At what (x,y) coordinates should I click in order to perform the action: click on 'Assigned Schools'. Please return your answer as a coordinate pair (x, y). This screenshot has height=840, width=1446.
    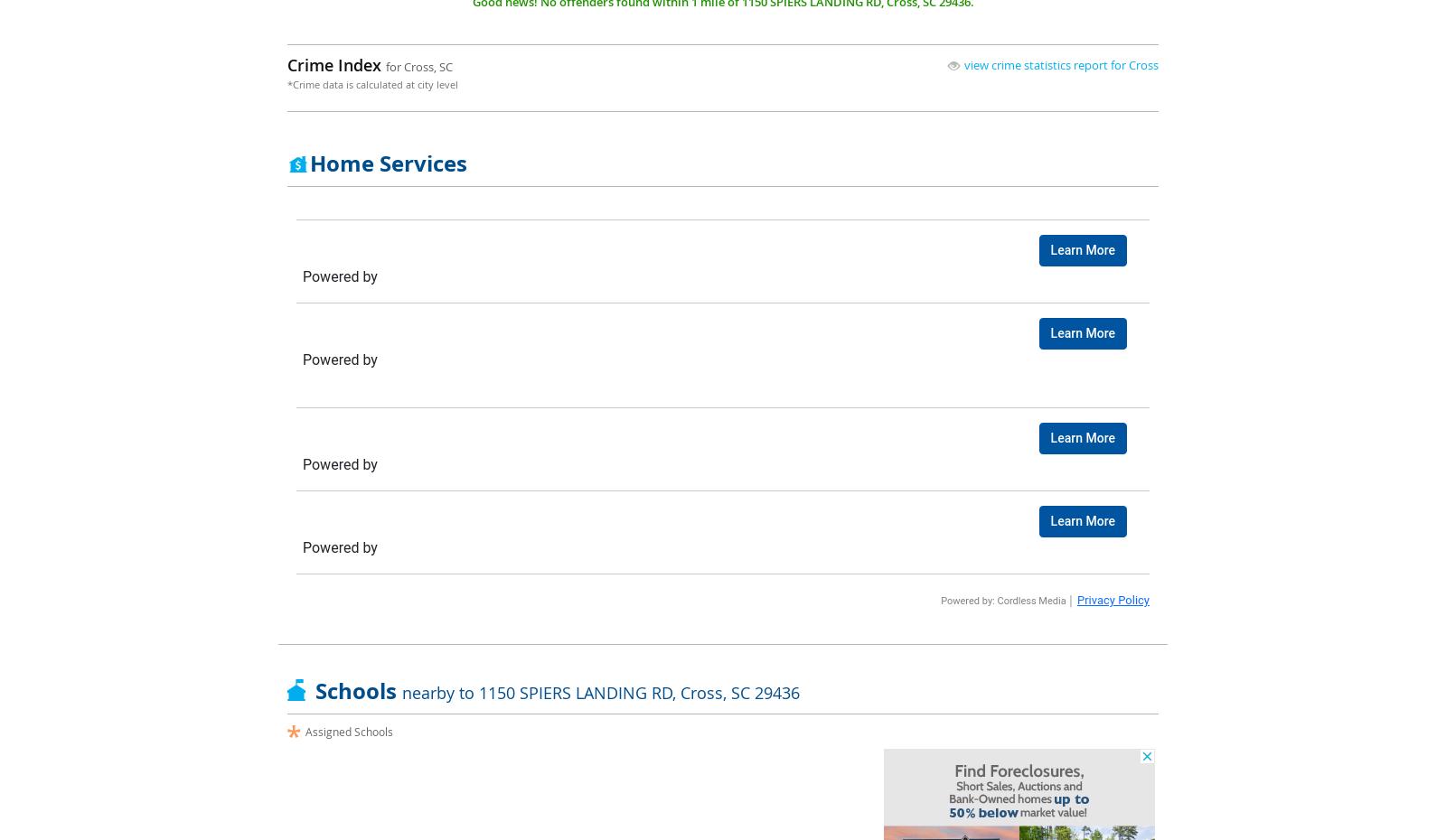
    Looking at the image, I should click on (305, 731).